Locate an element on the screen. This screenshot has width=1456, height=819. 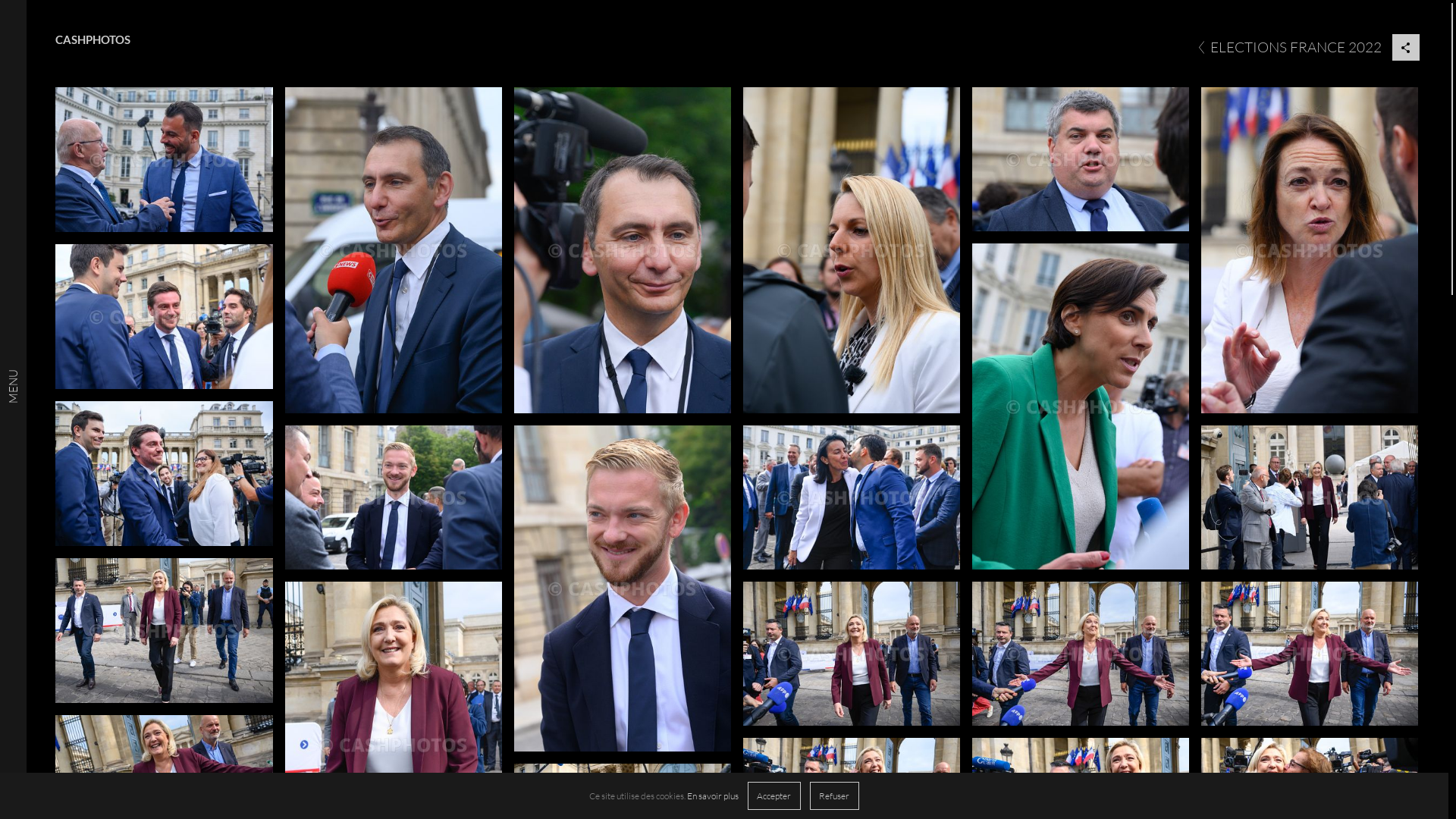
'Accepter' is located at coordinates (774, 795).